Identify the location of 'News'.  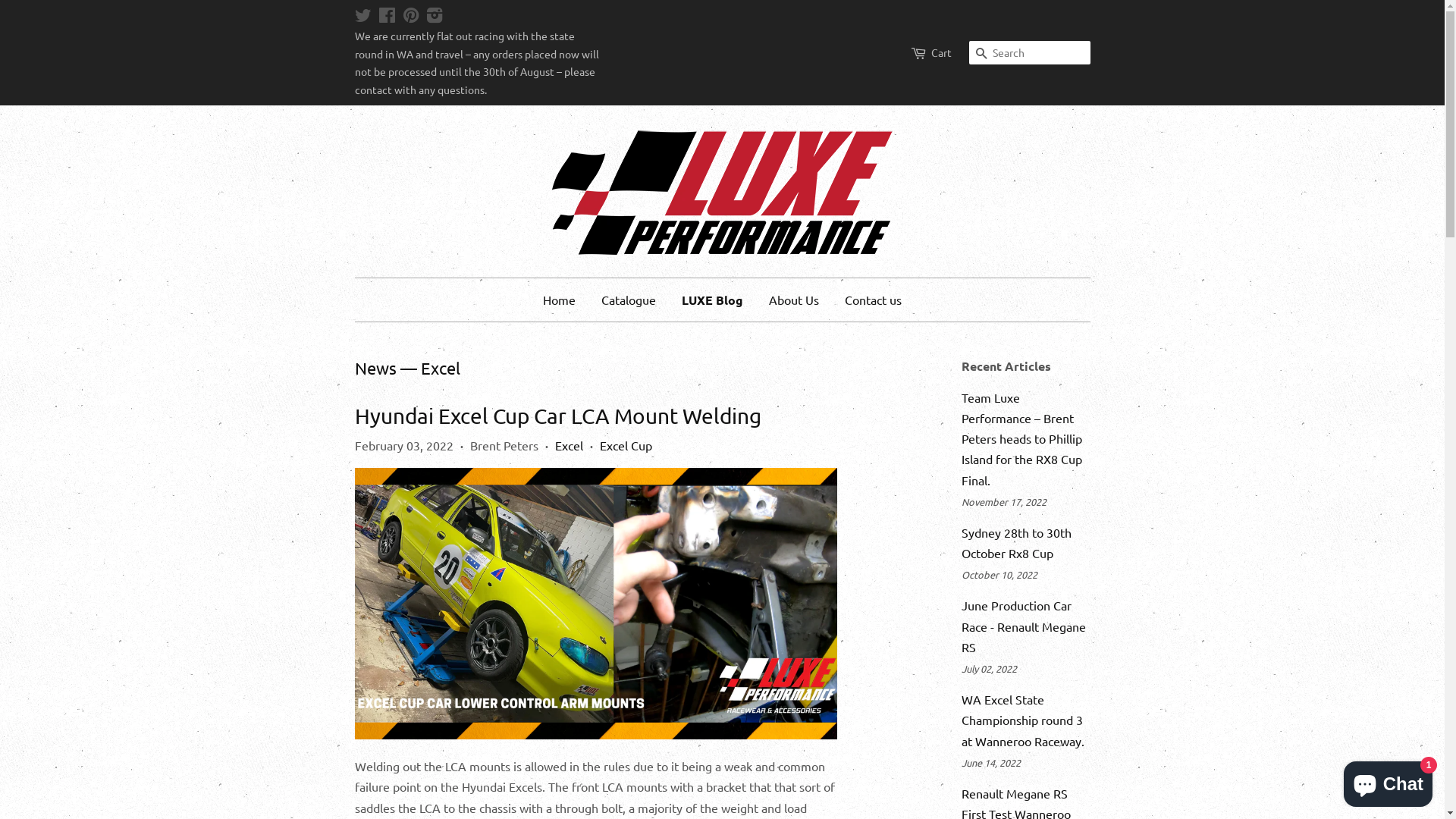
(375, 368).